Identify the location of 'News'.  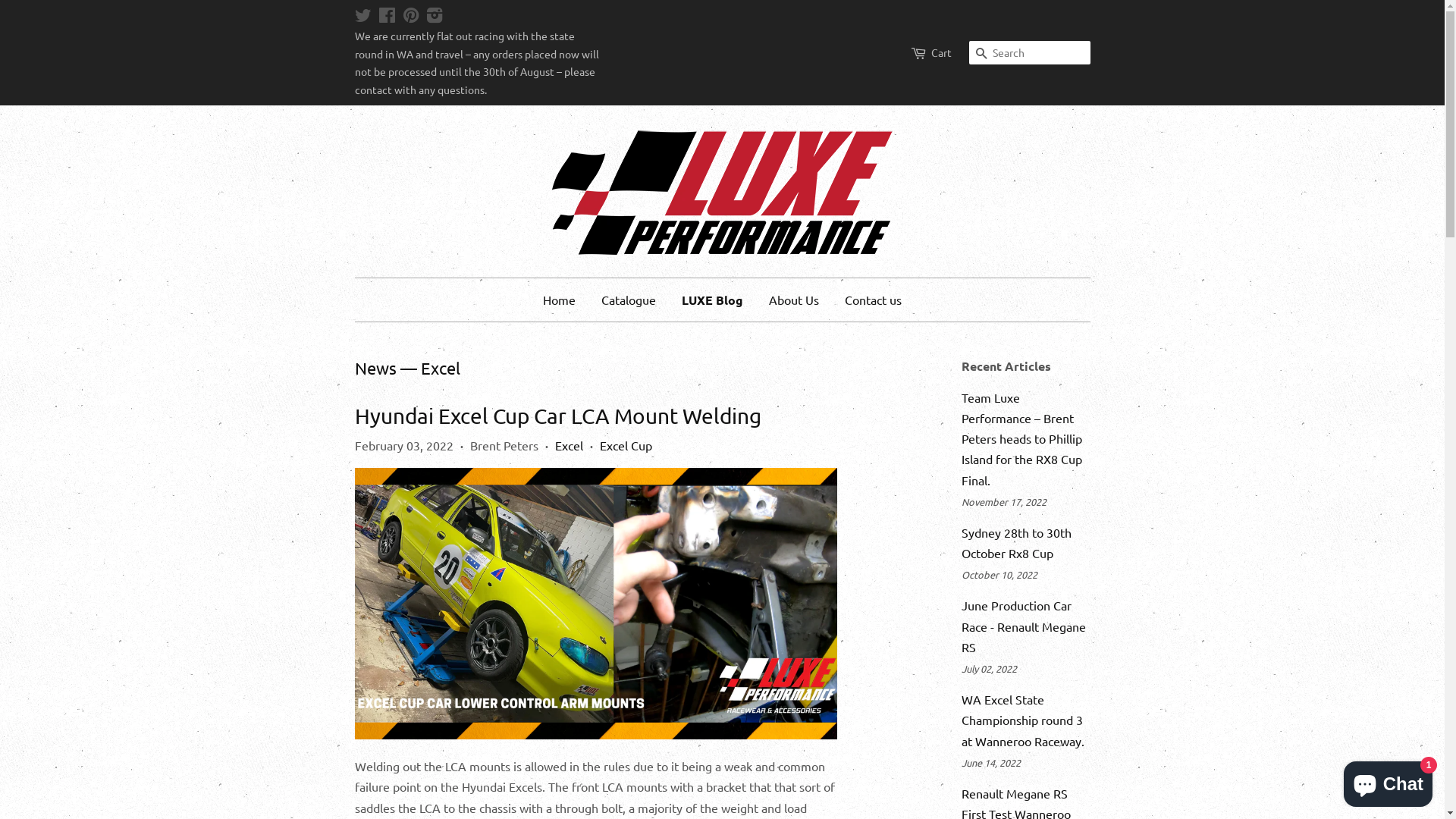
(375, 368).